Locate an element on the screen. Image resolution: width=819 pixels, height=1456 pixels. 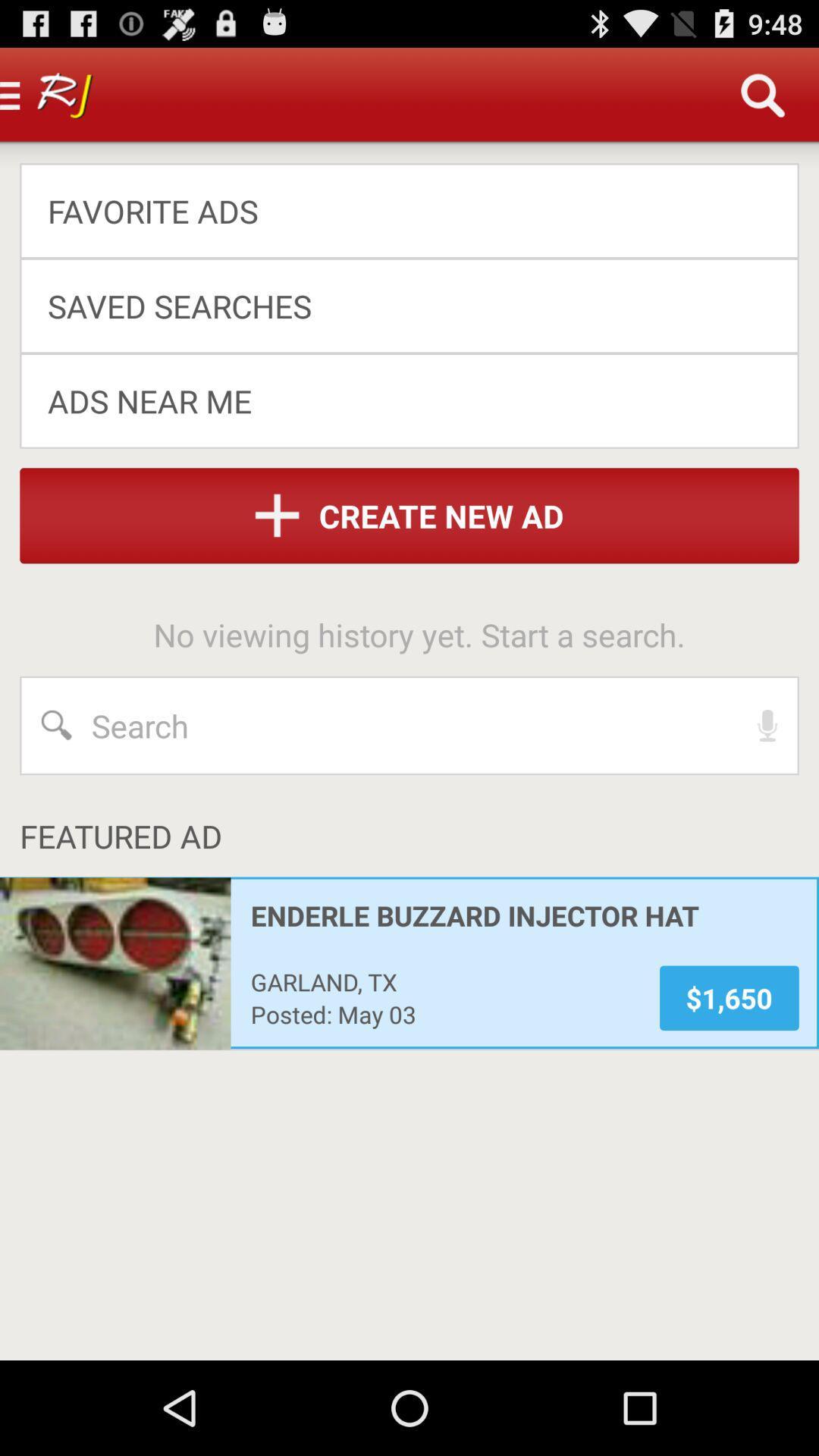
search field is located at coordinates (409, 724).